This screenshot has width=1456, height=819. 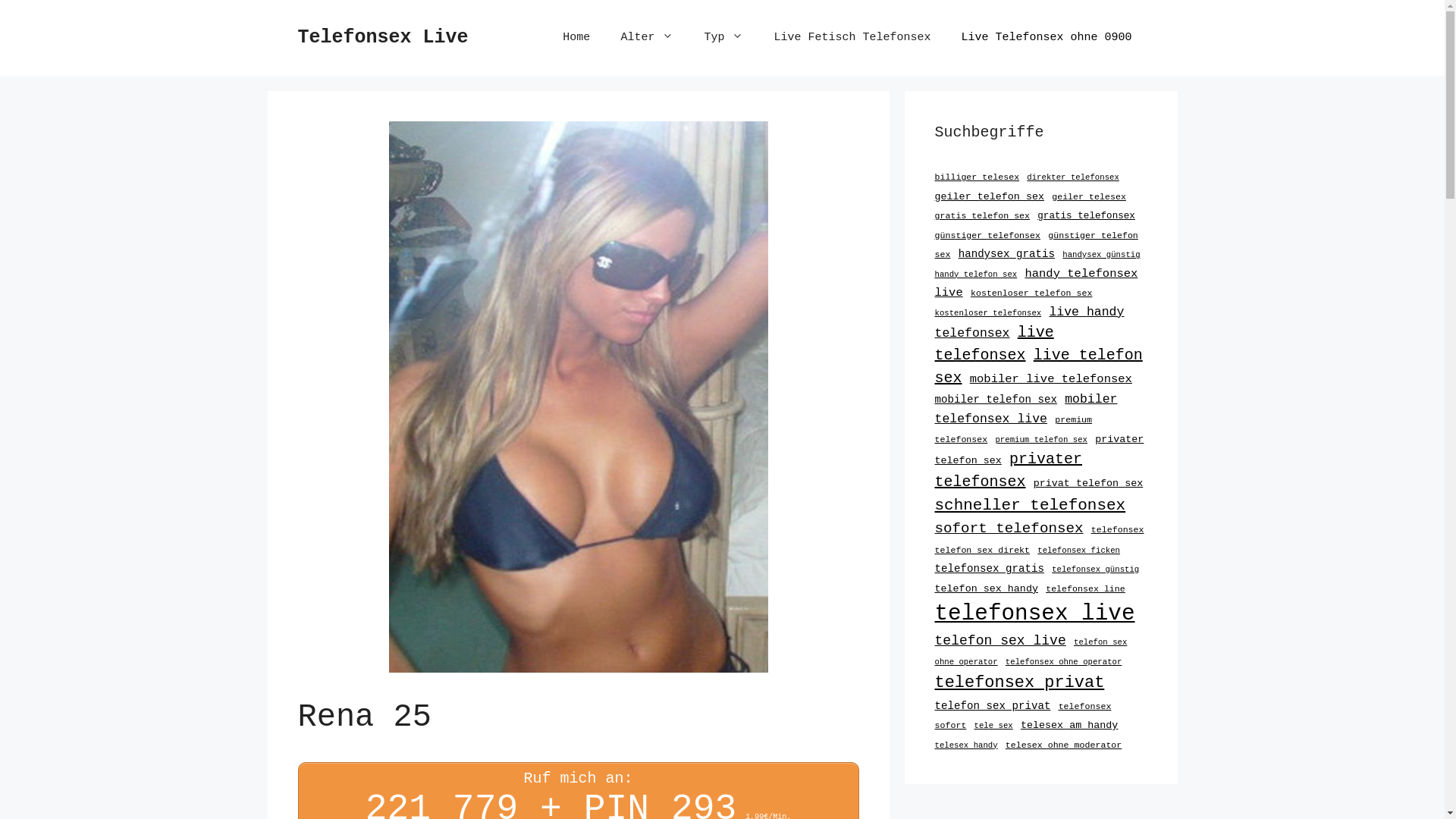 What do you see at coordinates (575, 37) in the screenshot?
I see `'Home'` at bounding box center [575, 37].